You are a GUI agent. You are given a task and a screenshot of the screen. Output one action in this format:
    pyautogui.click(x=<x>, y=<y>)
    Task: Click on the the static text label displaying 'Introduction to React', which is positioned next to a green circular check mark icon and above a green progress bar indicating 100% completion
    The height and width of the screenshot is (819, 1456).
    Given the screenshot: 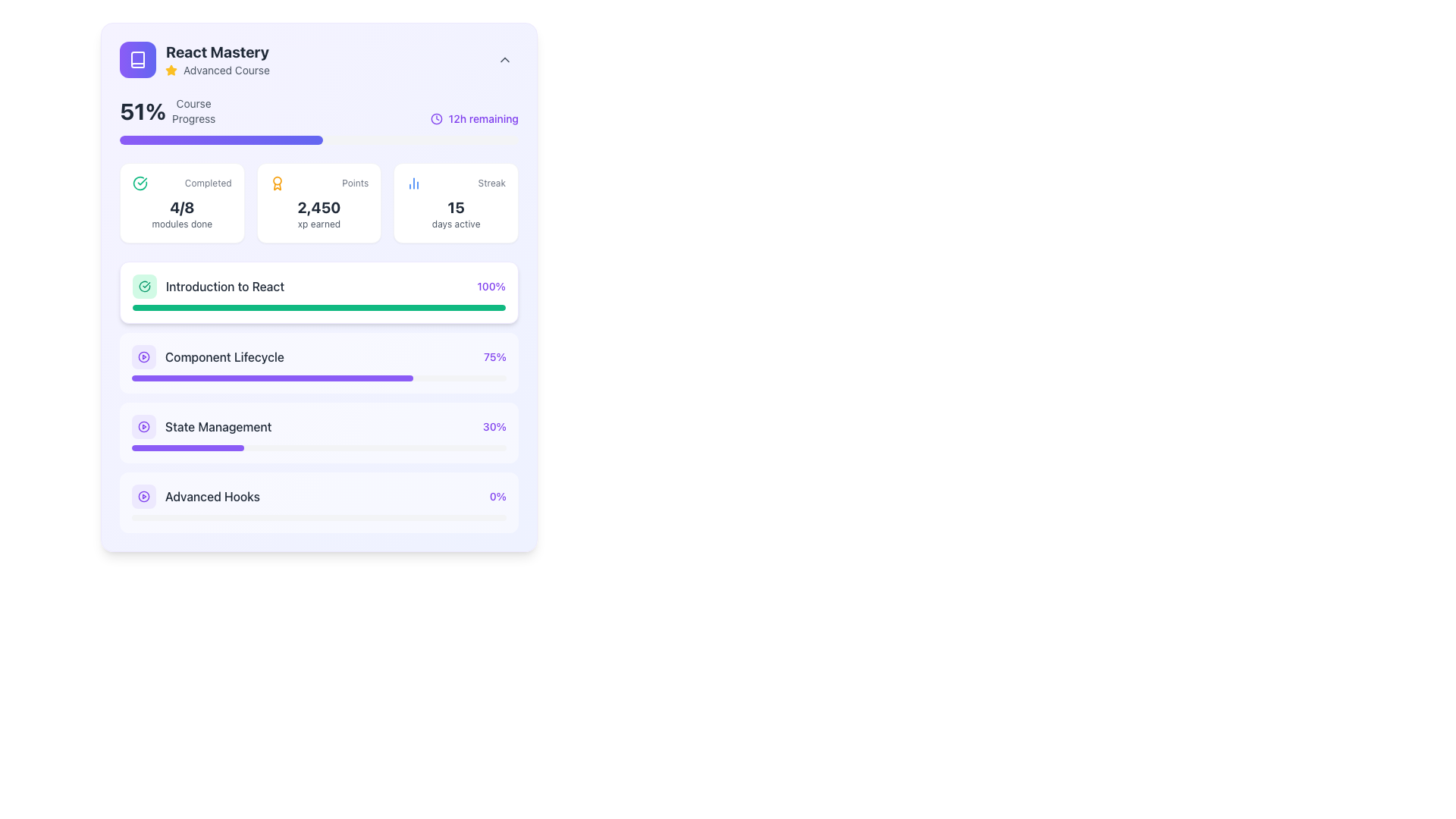 What is the action you would take?
    pyautogui.click(x=224, y=287)
    